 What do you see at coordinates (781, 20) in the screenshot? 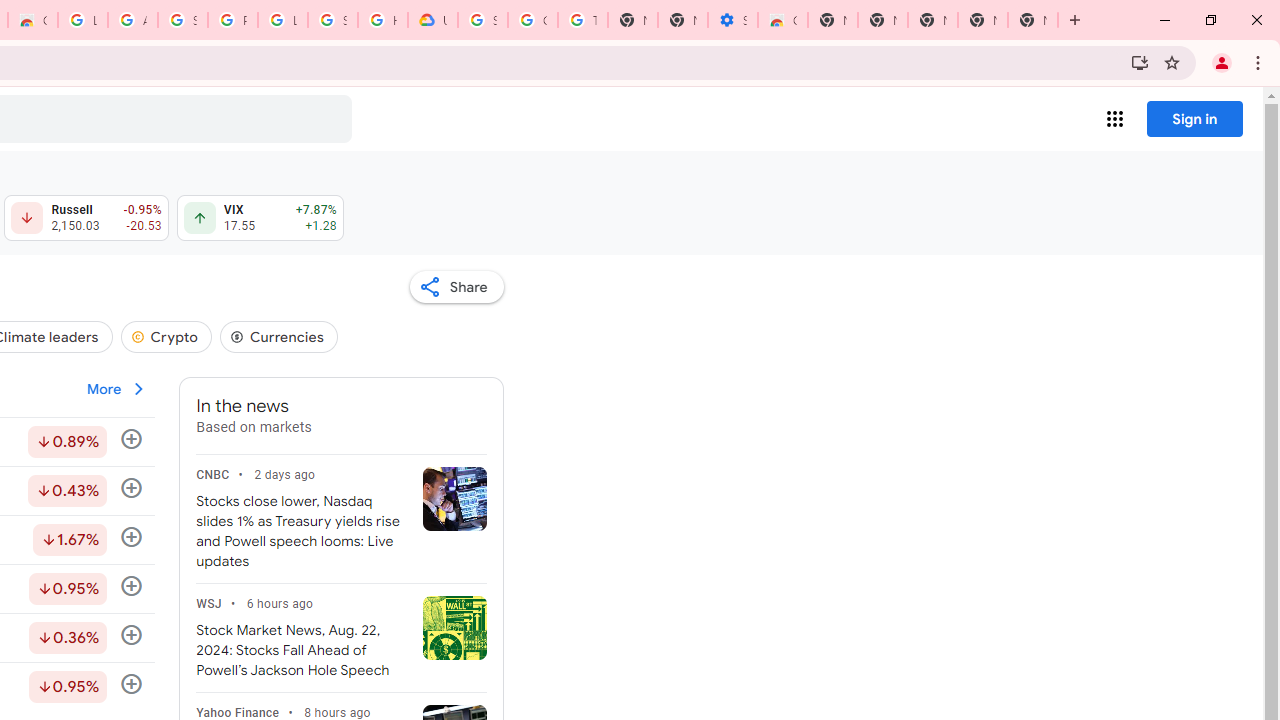
I see `'Chrome Web Store - Accessibility extensions'` at bounding box center [781, 20].